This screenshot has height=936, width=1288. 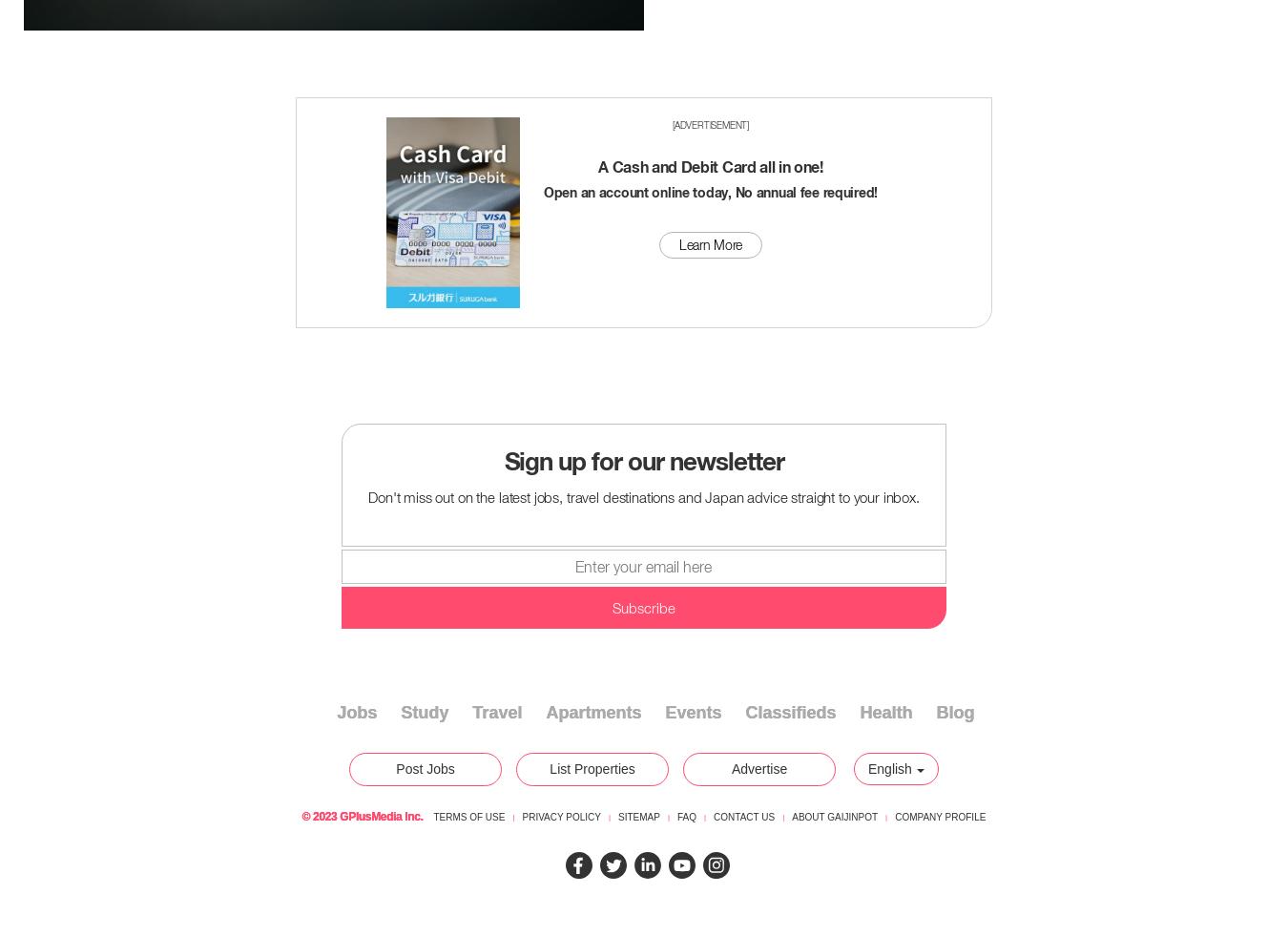 What do you see at coordinates (859, 713) in the screenshot?
I see `'Health'` at bounding box center [859, 713].